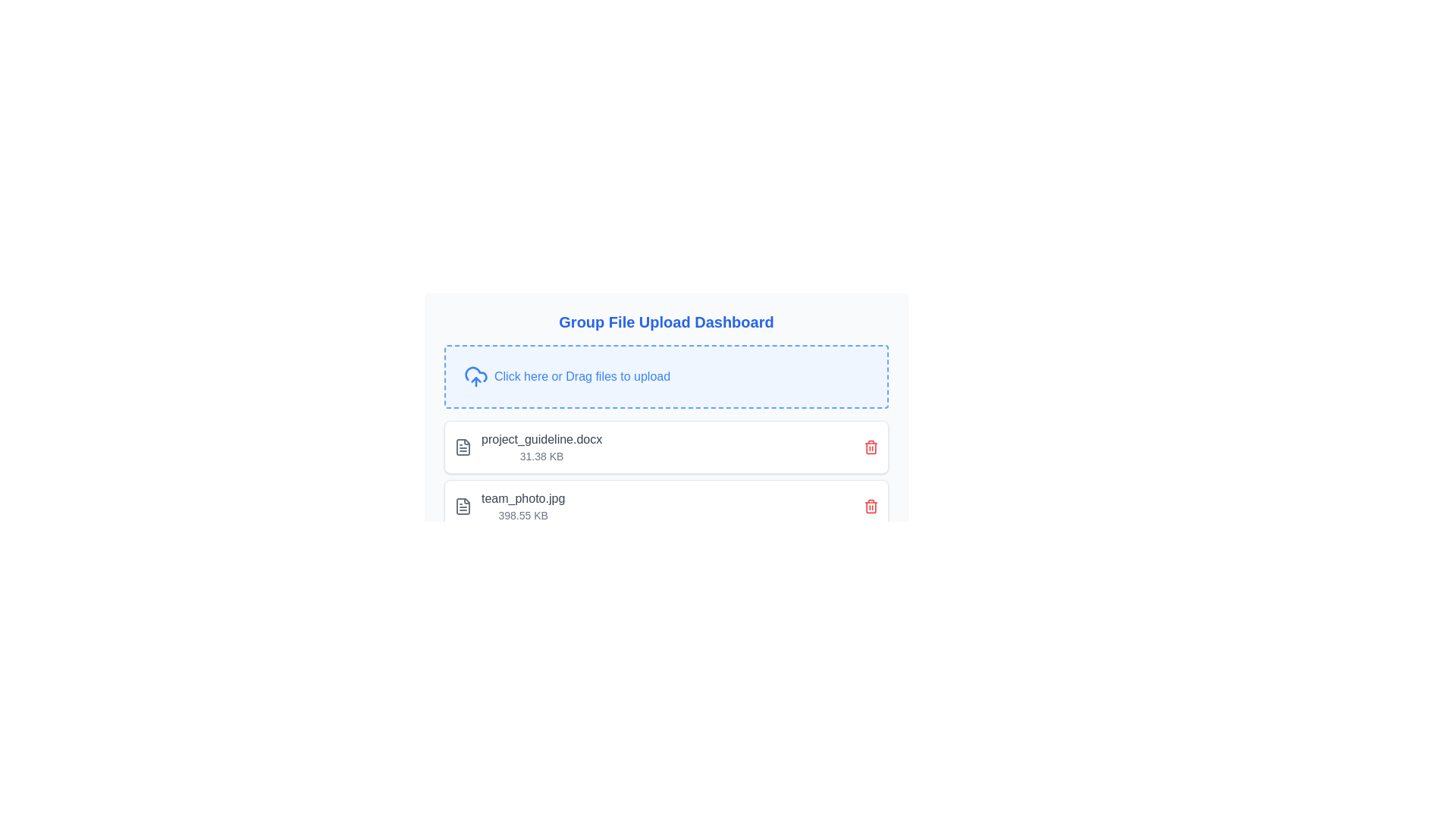 The image size is (1456, 819). What do you see at coordinates (510, 506) in the screenshot?
I see `the file name 'team_photo.jpg'` at bounding box center [510, 506].